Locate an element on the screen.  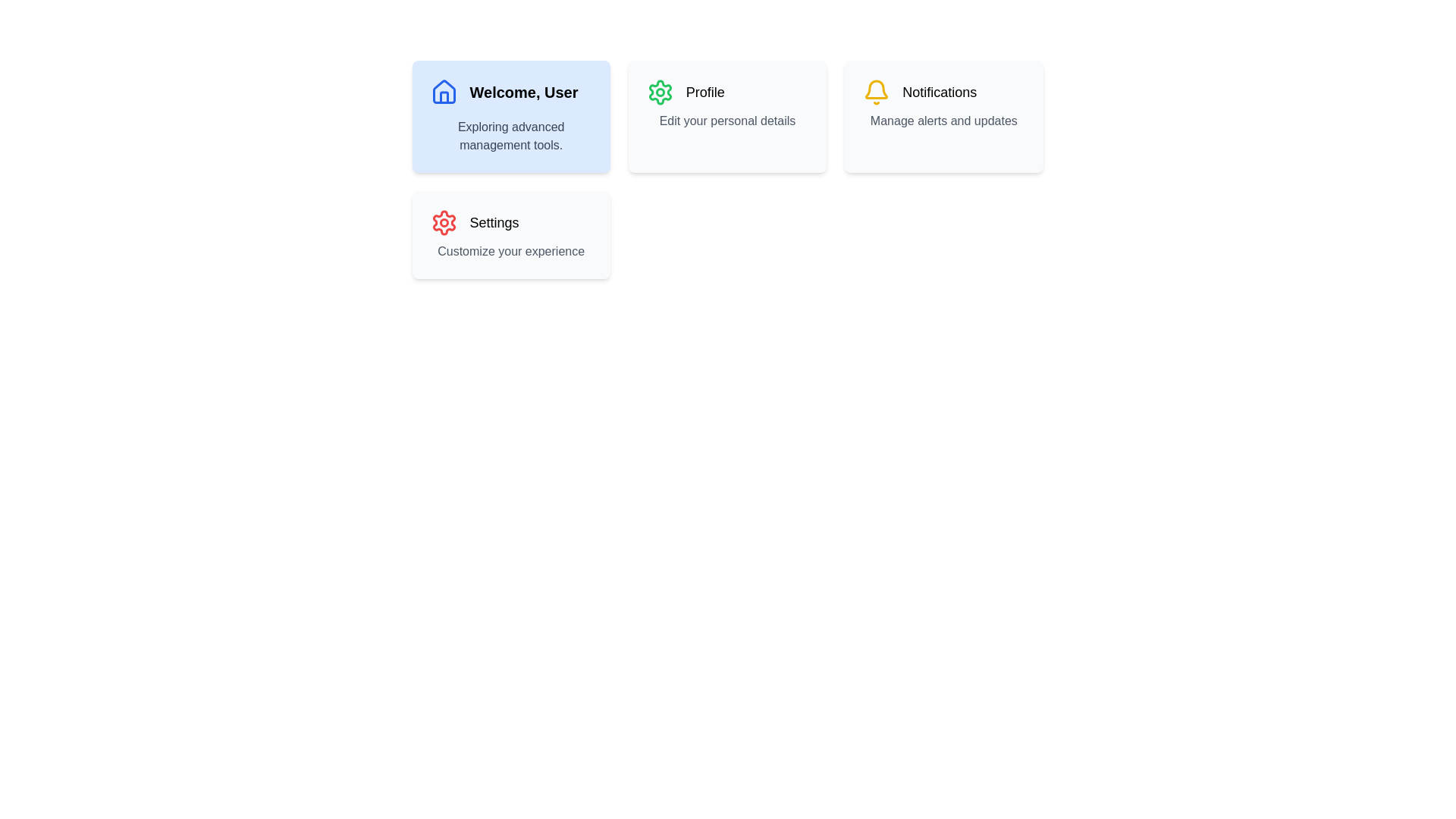
the Text Label that provides supplementary information for the 'Settings' section, located below the 'Settings' title is located at coordinates (511, 250).